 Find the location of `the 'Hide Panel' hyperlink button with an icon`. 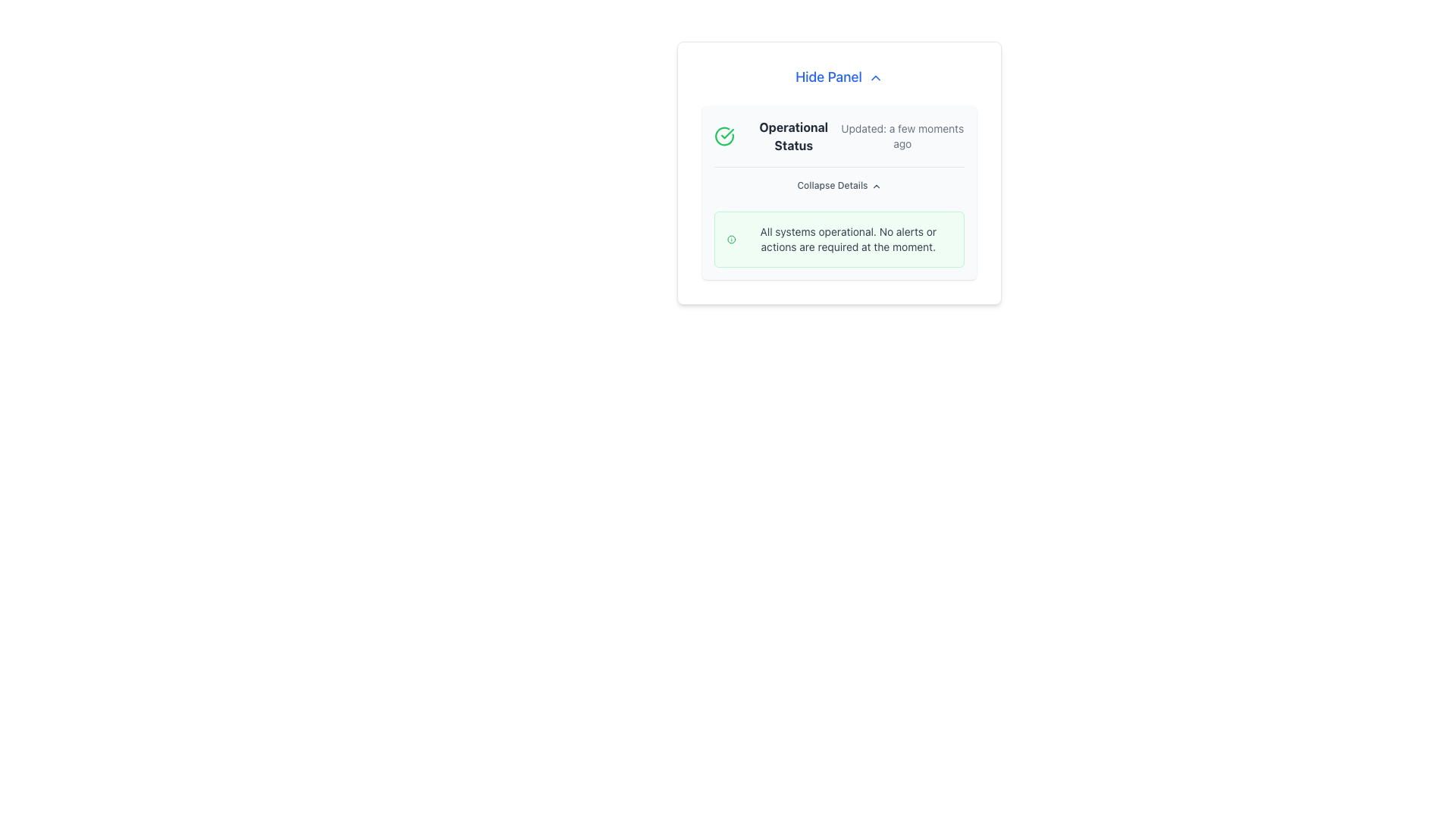

the 'Hide Panel' hyperlink button with an icon is located at coordinates (839, 77).